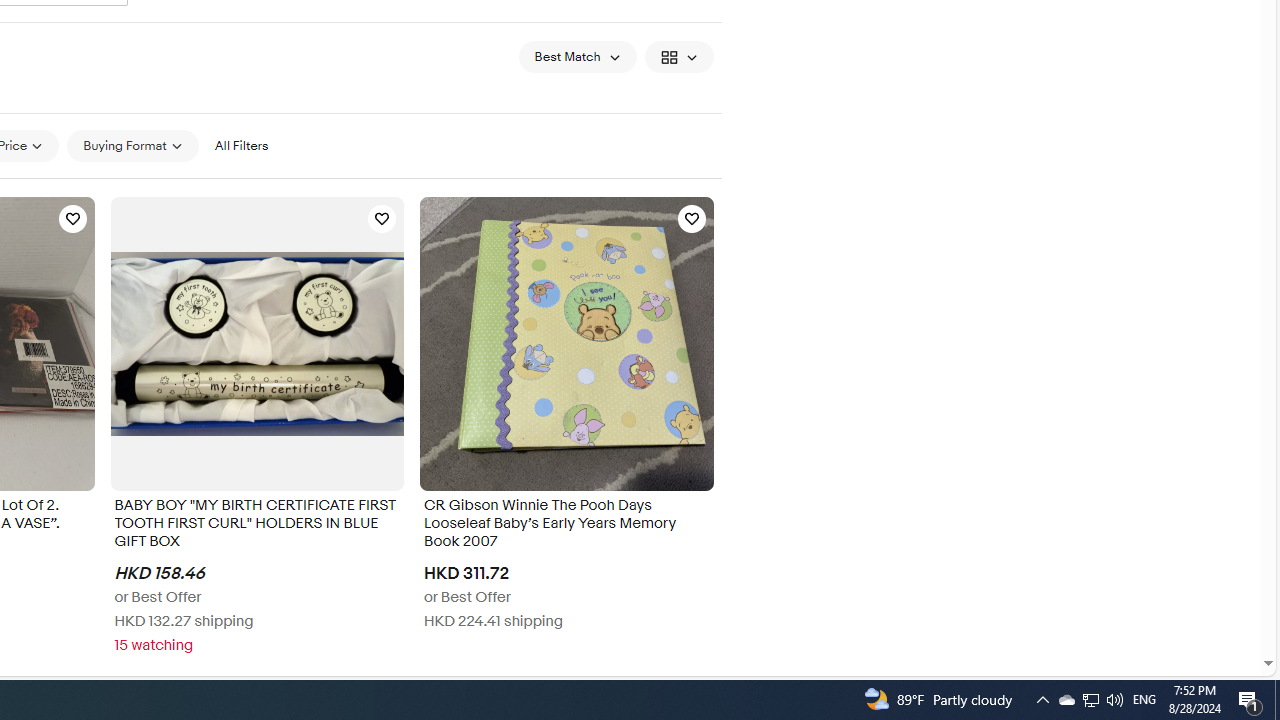 This screenshot has width=1280, height=720. I want to click on 'Buying Format', so click(131, 144).